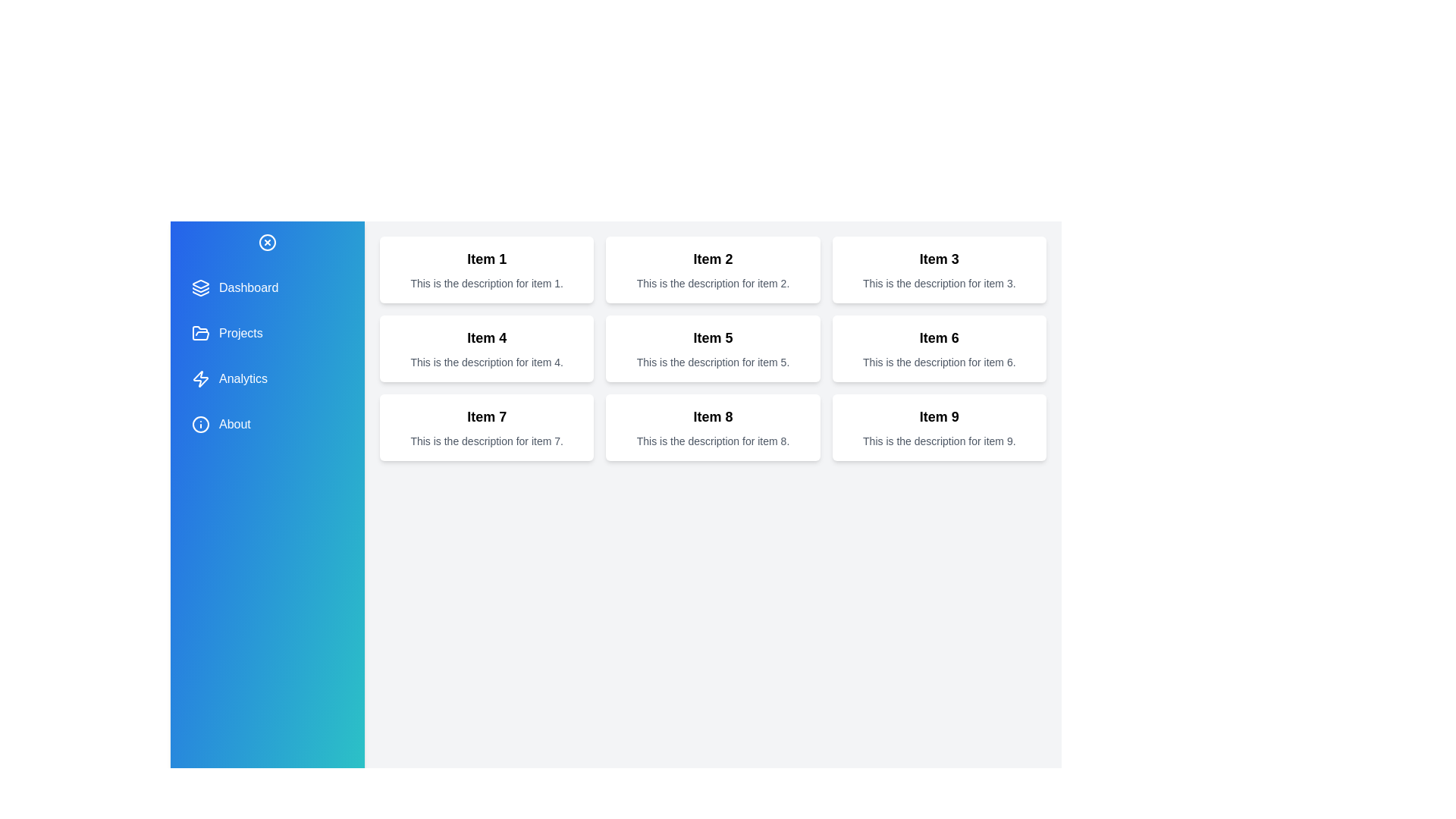 The image size is (1456, 819). Describe the element at coordinates (268, 424) in the screenshot. I see `the menu item 'About' to observe its hover effect` at that location.